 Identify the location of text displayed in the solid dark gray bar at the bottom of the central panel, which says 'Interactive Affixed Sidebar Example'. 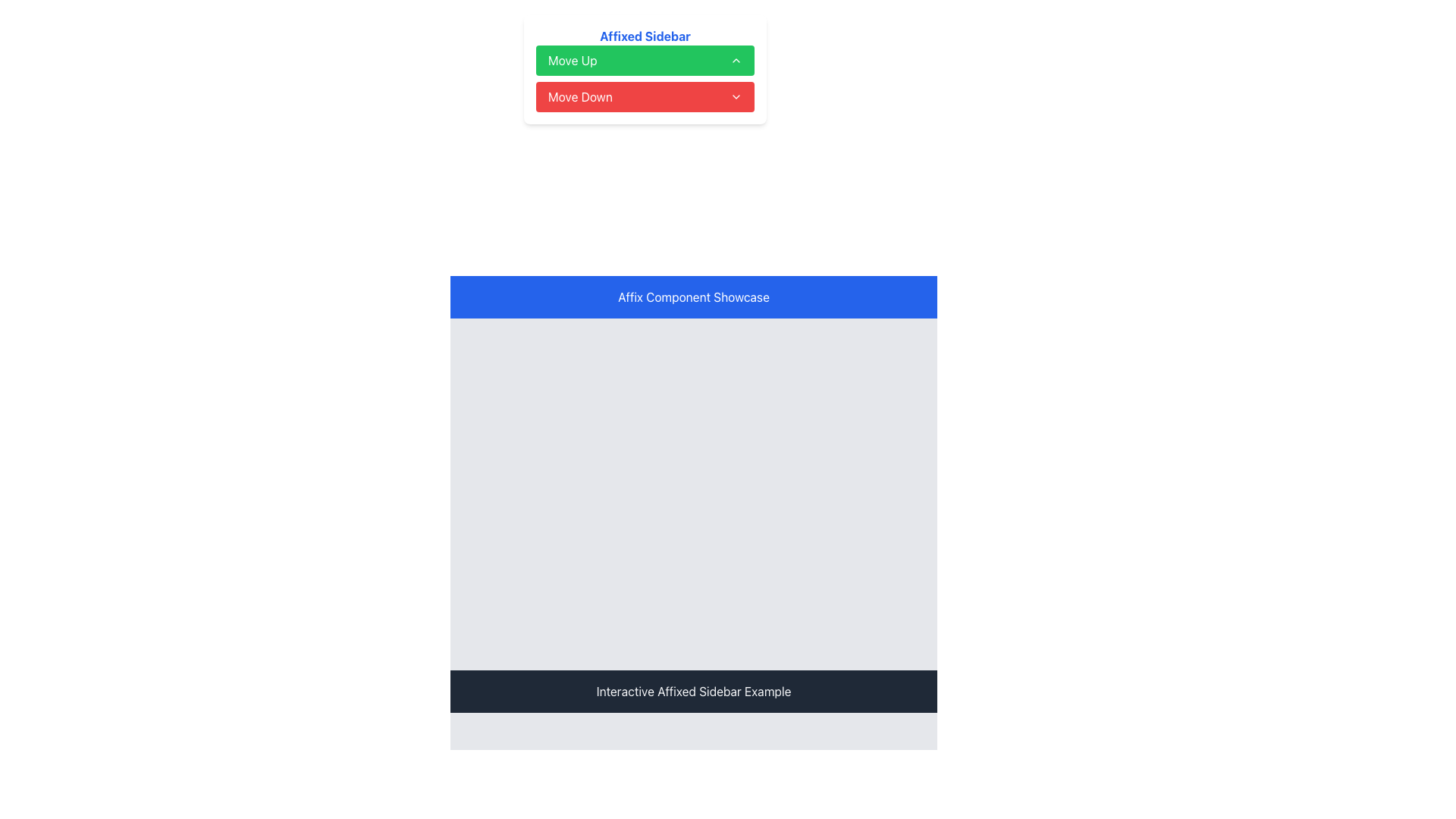
(693, 691).